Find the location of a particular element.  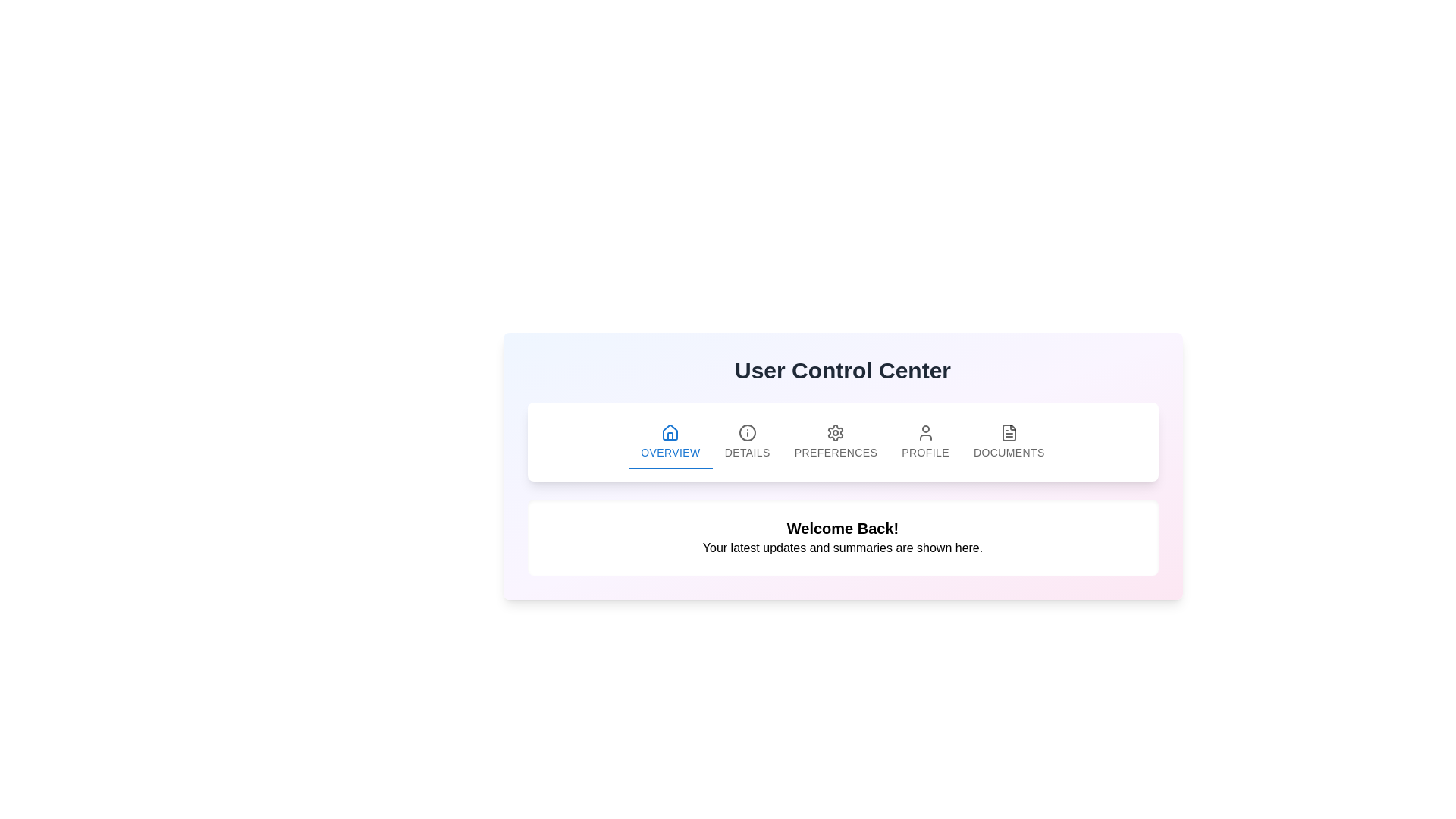

the gear icon within the 'Preferences' tab is located at coordinates (835, 433).